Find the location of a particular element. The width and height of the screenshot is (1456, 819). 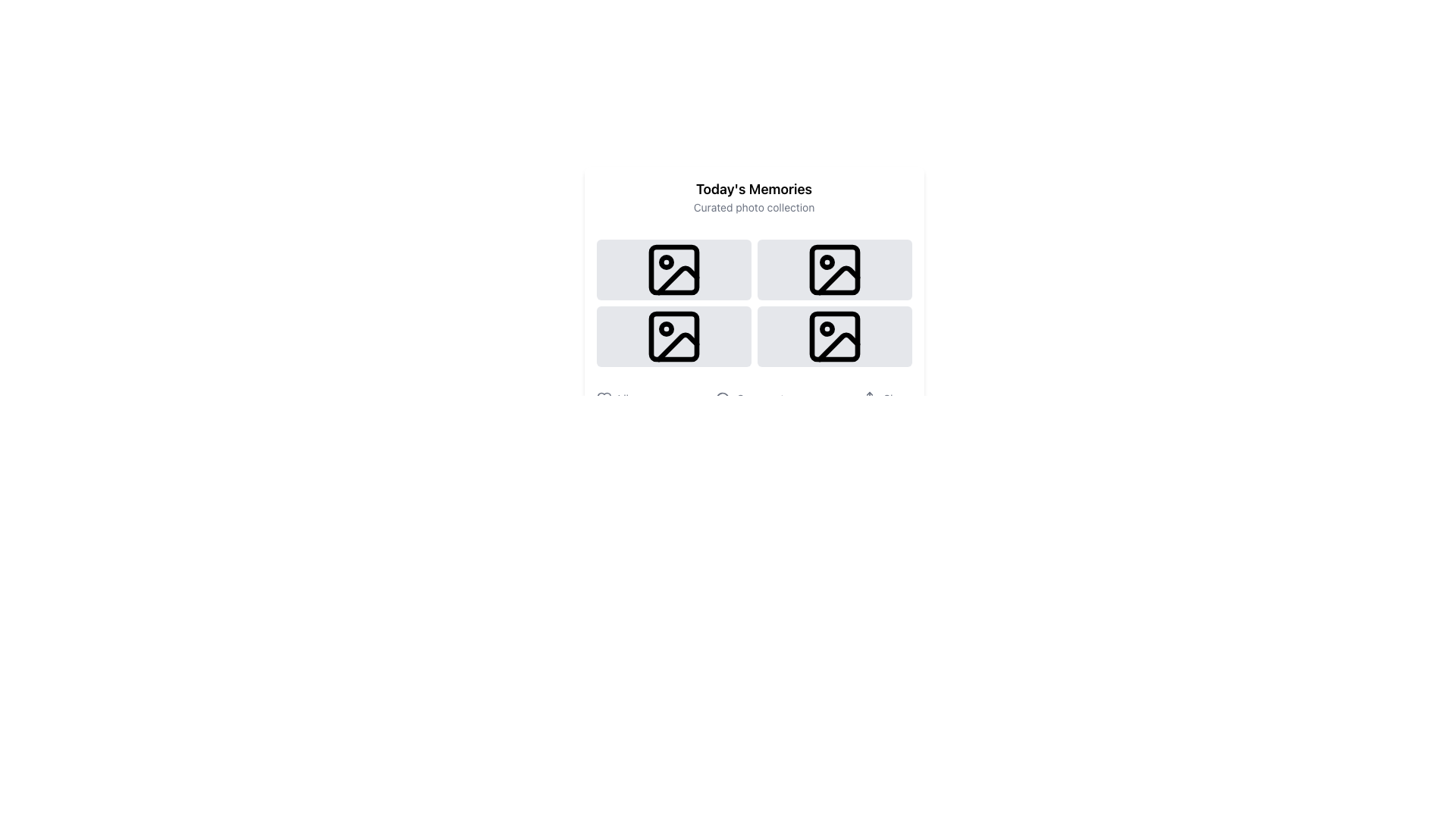

the heart icon located in the lower-left part of the interface, adjacent to other interactive elements in the 'Today's Memories' photo collection is located at coordinates (603, 397).